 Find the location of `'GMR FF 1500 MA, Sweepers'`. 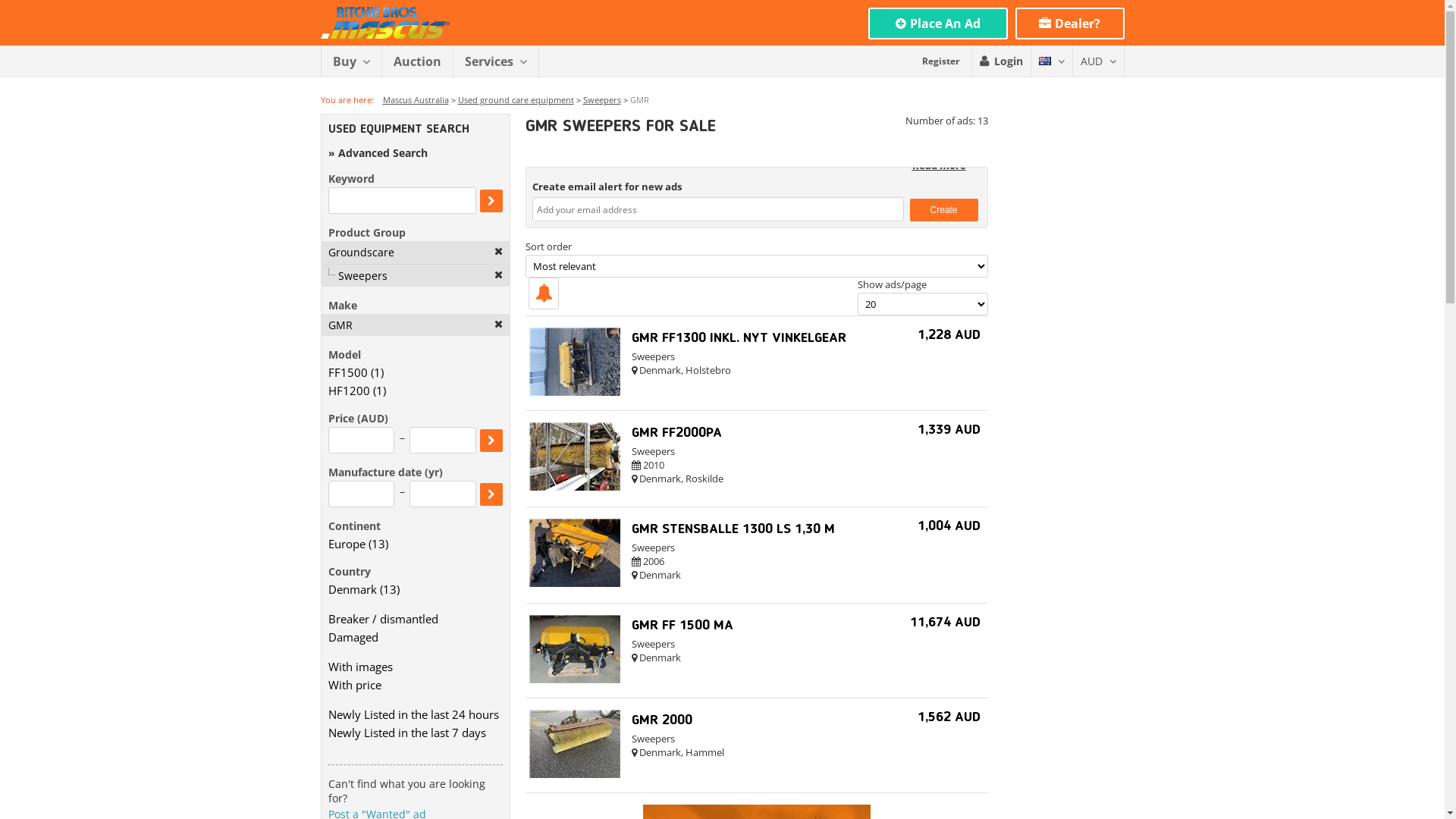

'GMR FF 1500 MA, Sweepers' is located at coordinates (574, 678).